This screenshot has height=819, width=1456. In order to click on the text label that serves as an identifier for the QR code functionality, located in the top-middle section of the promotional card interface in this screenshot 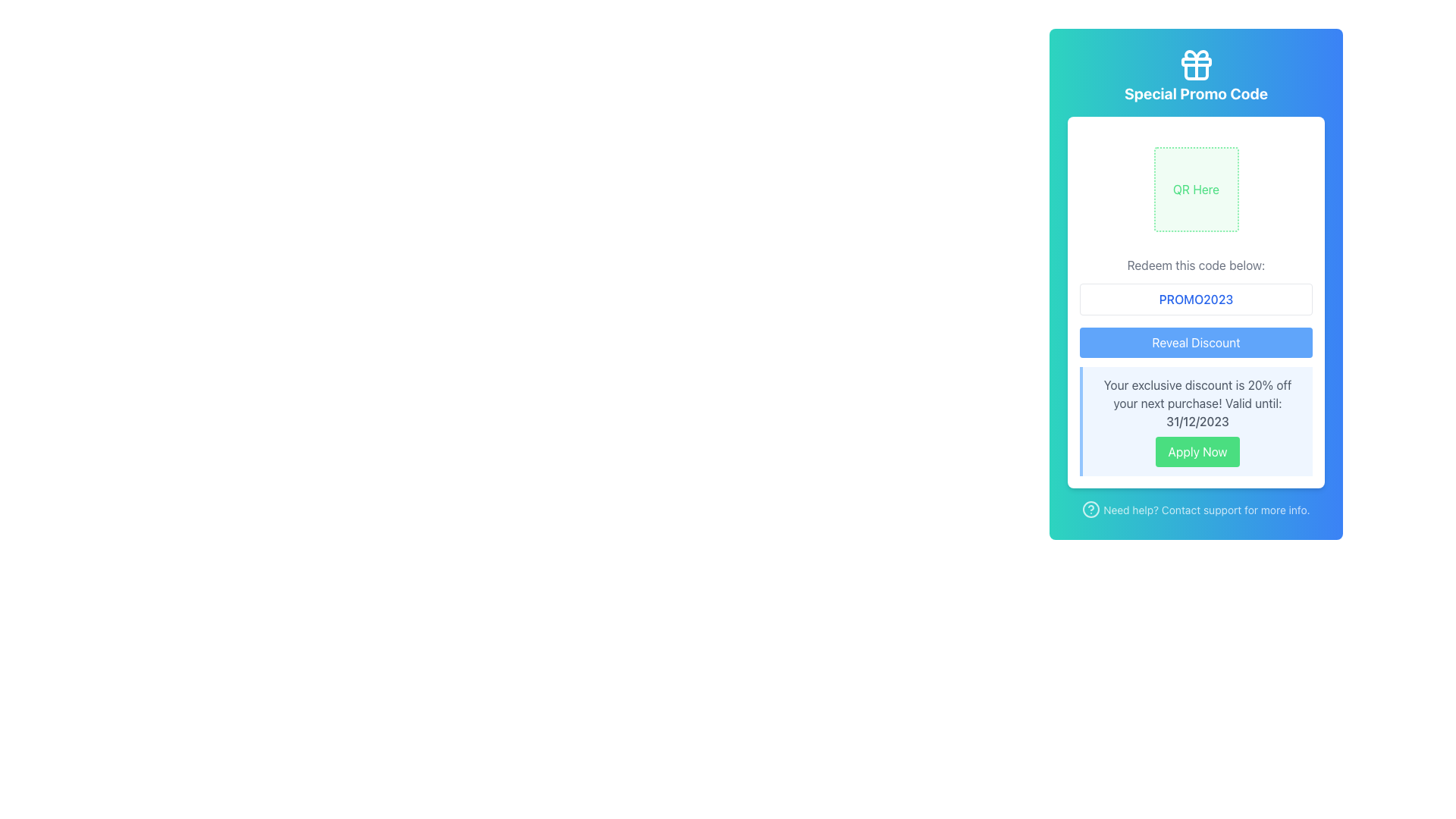, I will do `click(1195, 189)`.